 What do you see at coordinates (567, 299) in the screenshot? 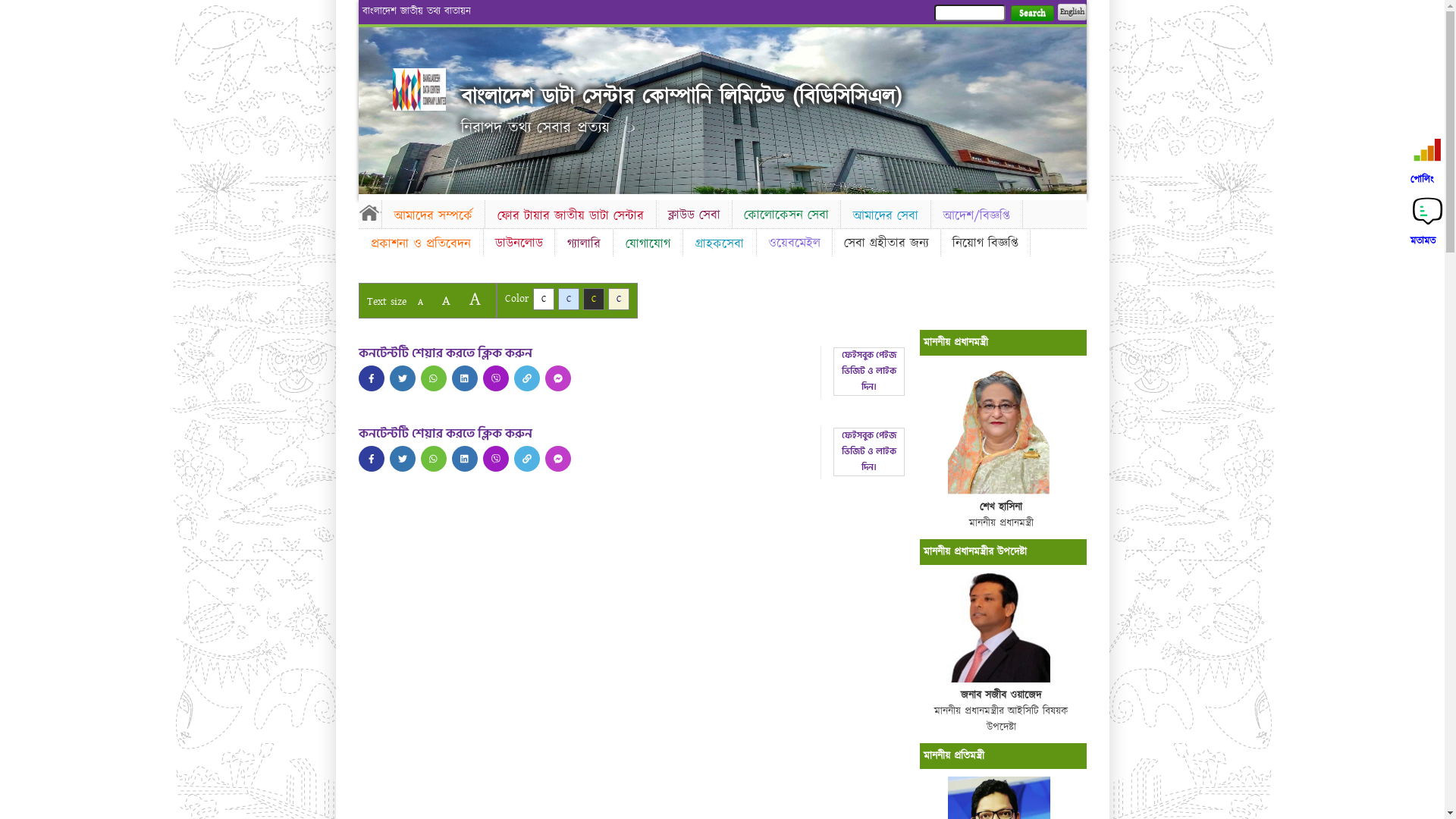
I see `'C'` at bounding box center [567, 299].